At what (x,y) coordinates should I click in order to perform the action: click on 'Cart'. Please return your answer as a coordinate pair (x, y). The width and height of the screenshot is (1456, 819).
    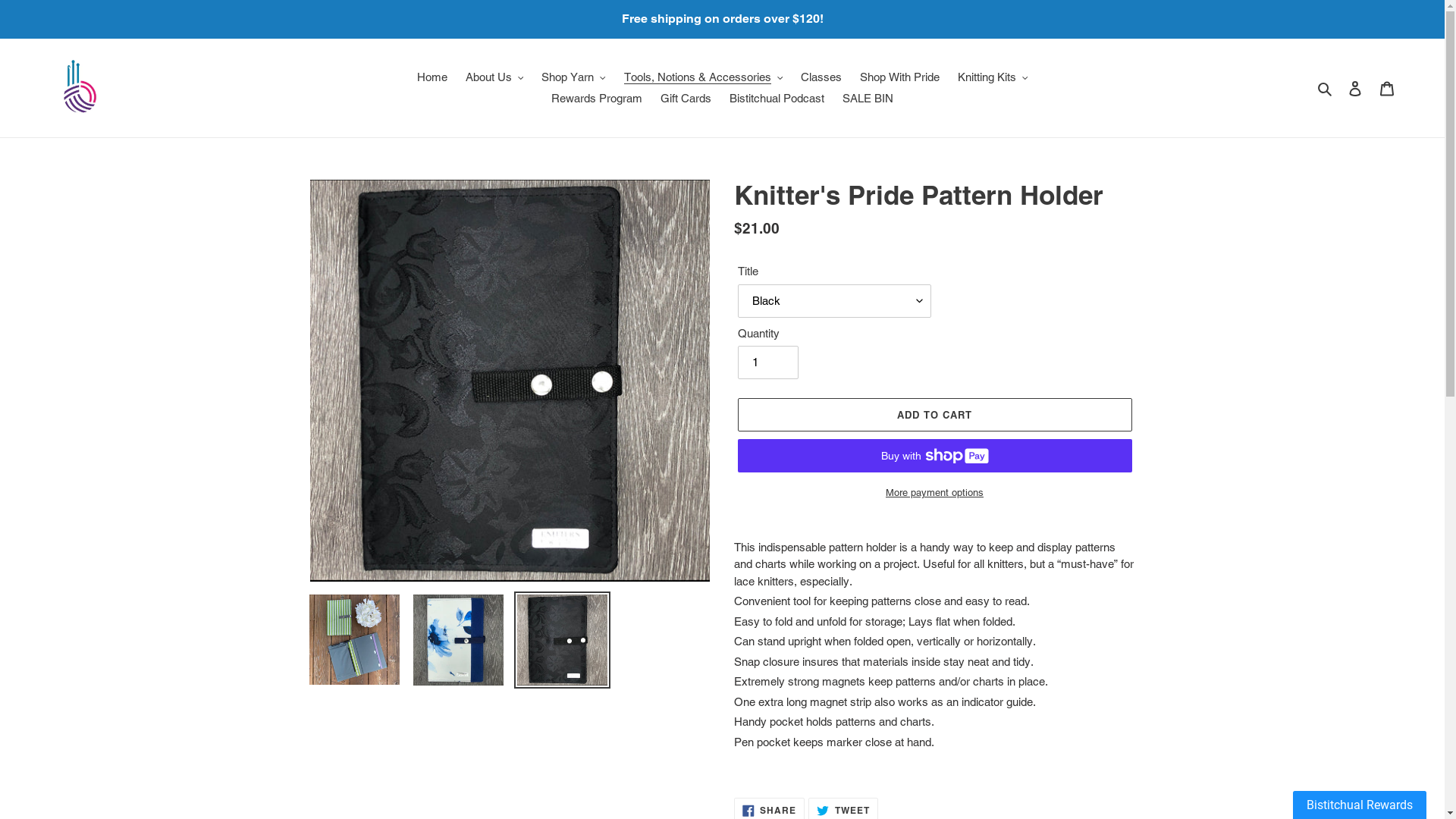
    Looking at the image, I should click on (1371, 88).